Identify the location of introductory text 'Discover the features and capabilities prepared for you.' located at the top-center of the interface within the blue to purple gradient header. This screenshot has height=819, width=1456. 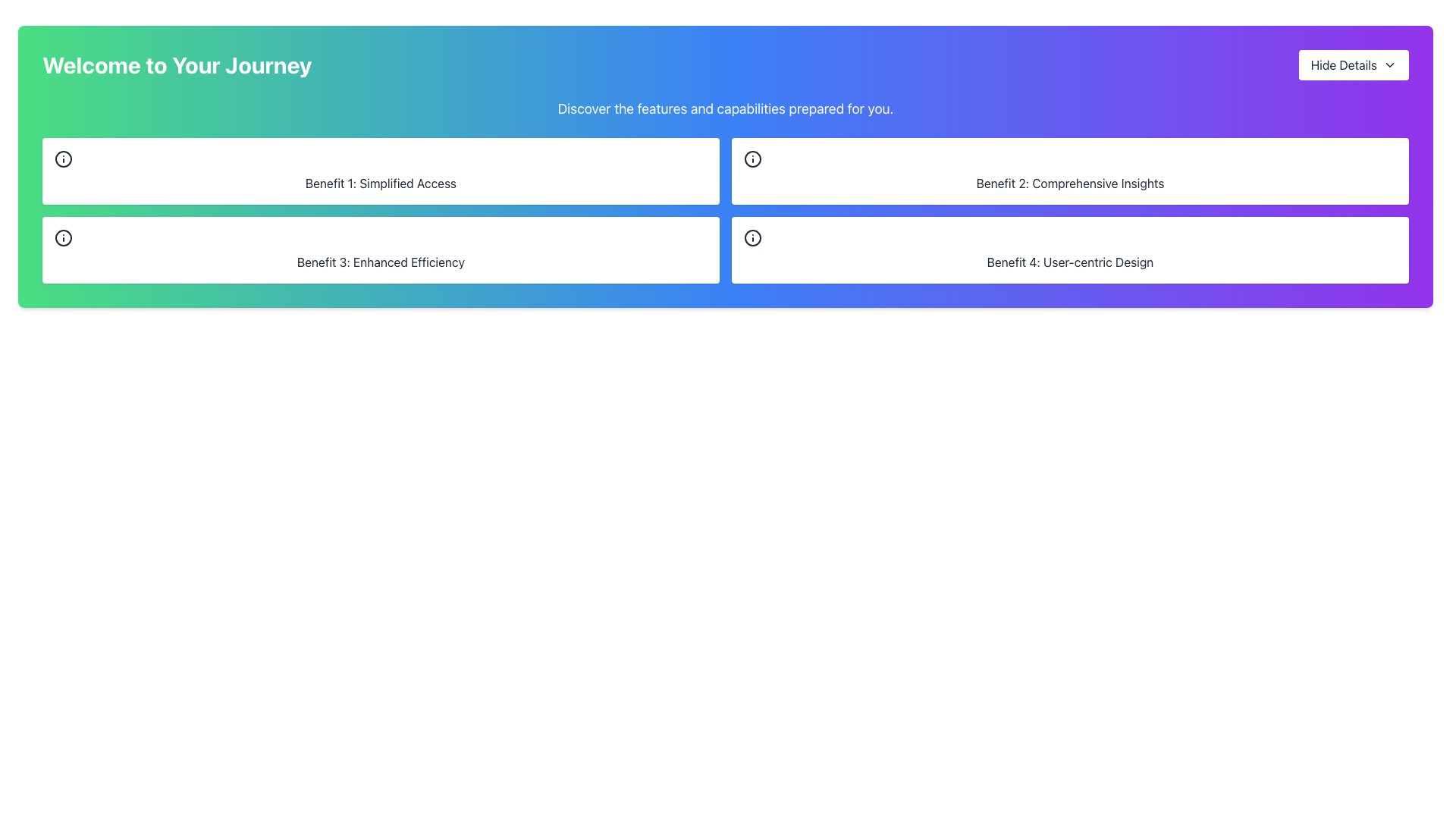
(724, 108).